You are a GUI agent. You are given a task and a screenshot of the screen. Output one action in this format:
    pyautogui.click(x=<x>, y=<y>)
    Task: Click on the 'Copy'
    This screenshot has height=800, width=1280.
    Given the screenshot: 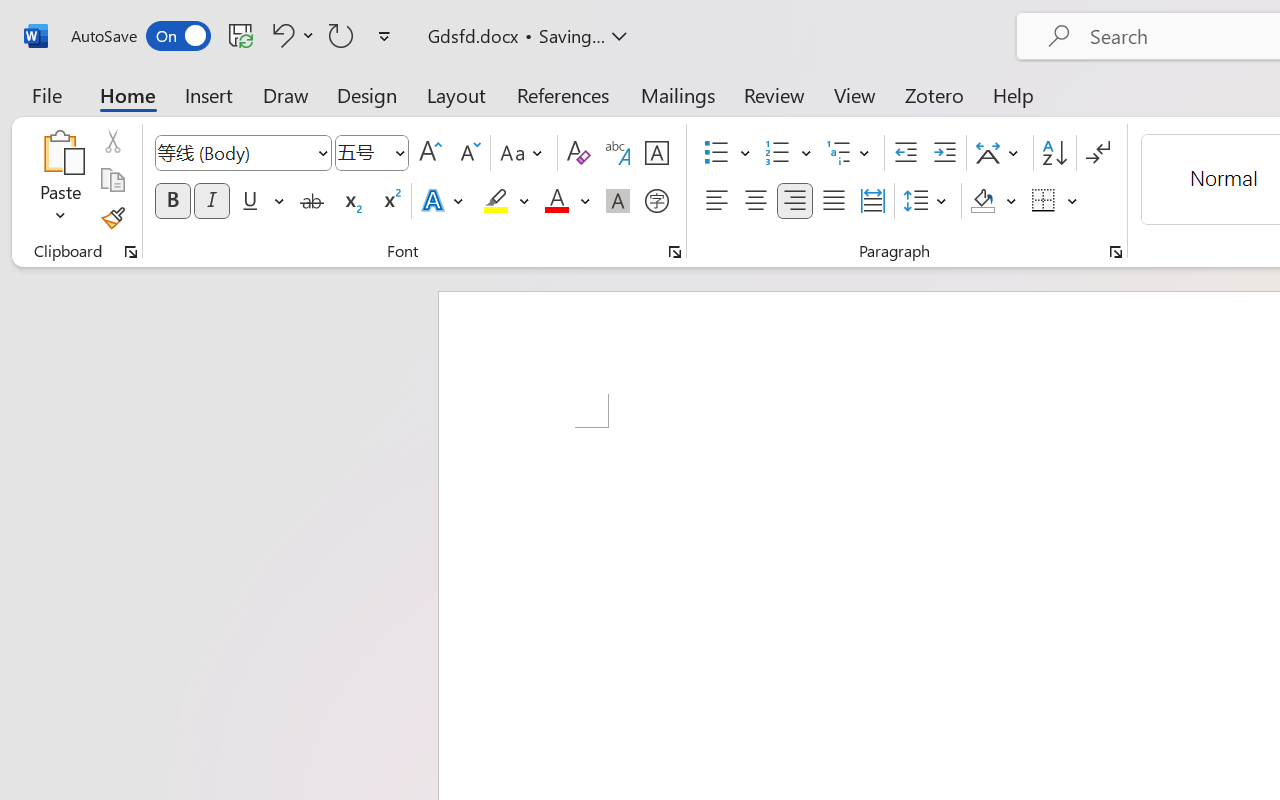 What is the action you would take?
    pyautogui.click(x=111, y=179)
    